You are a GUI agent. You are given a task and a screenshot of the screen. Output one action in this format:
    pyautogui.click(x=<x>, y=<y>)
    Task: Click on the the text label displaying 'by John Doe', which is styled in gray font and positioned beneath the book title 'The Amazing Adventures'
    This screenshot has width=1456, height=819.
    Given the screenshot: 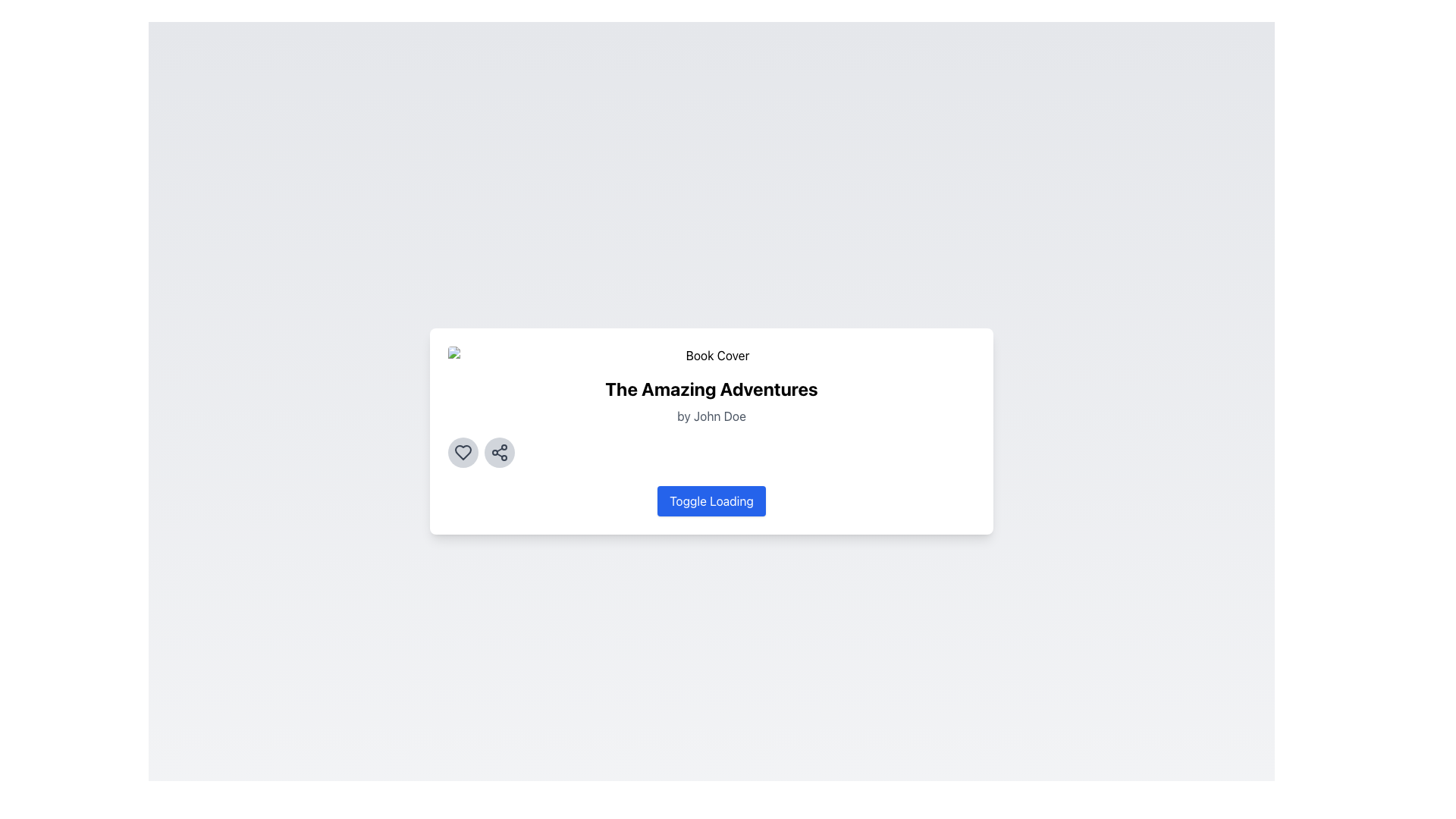 What is the action you would take?
    pyautogui.click(x=711, y=416)
    